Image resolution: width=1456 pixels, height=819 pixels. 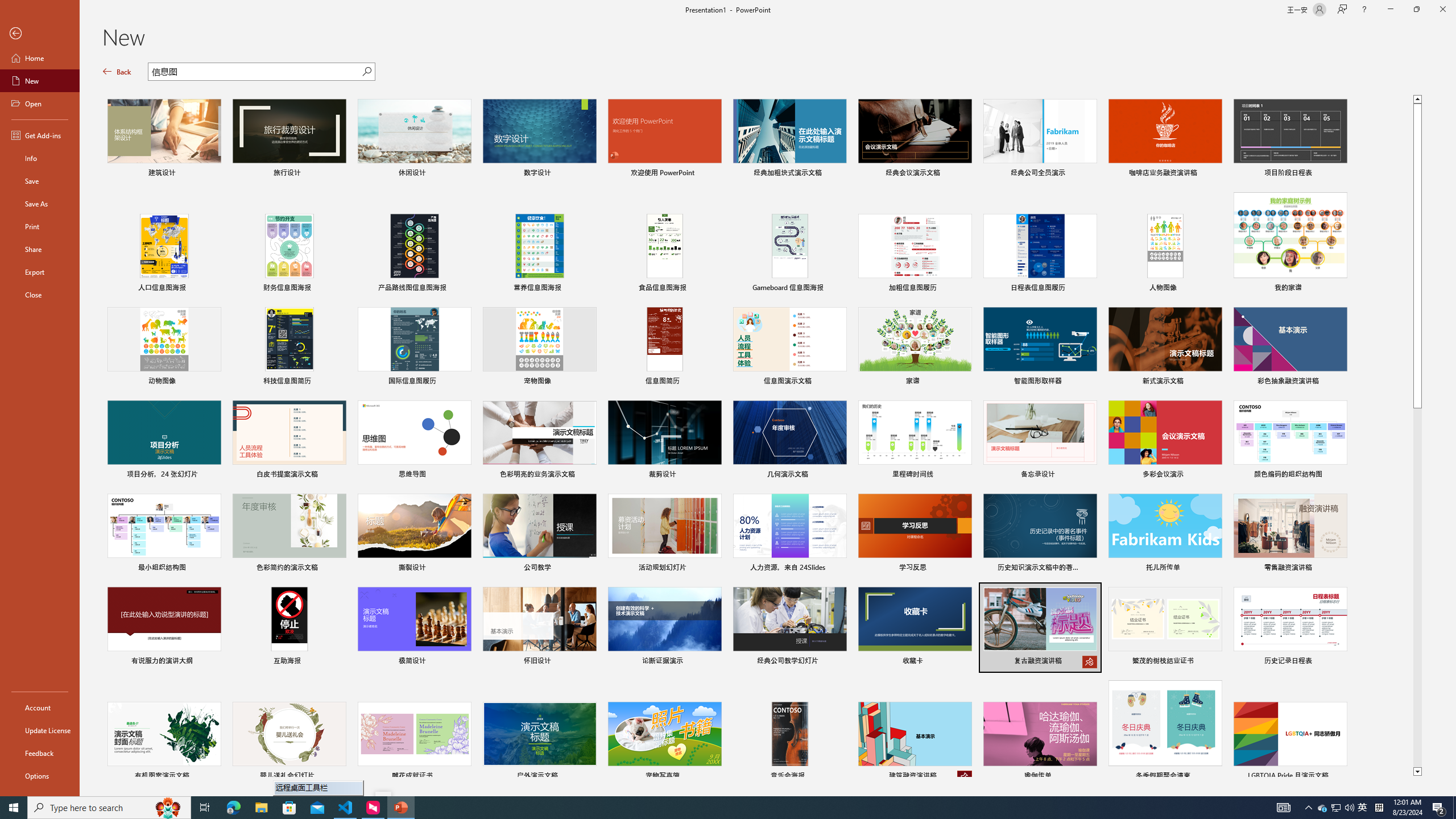 What do you see at coordinates (1339, 776) in the screenshot?
I see `'Pin to list'` at bounding box center [1339, 776].